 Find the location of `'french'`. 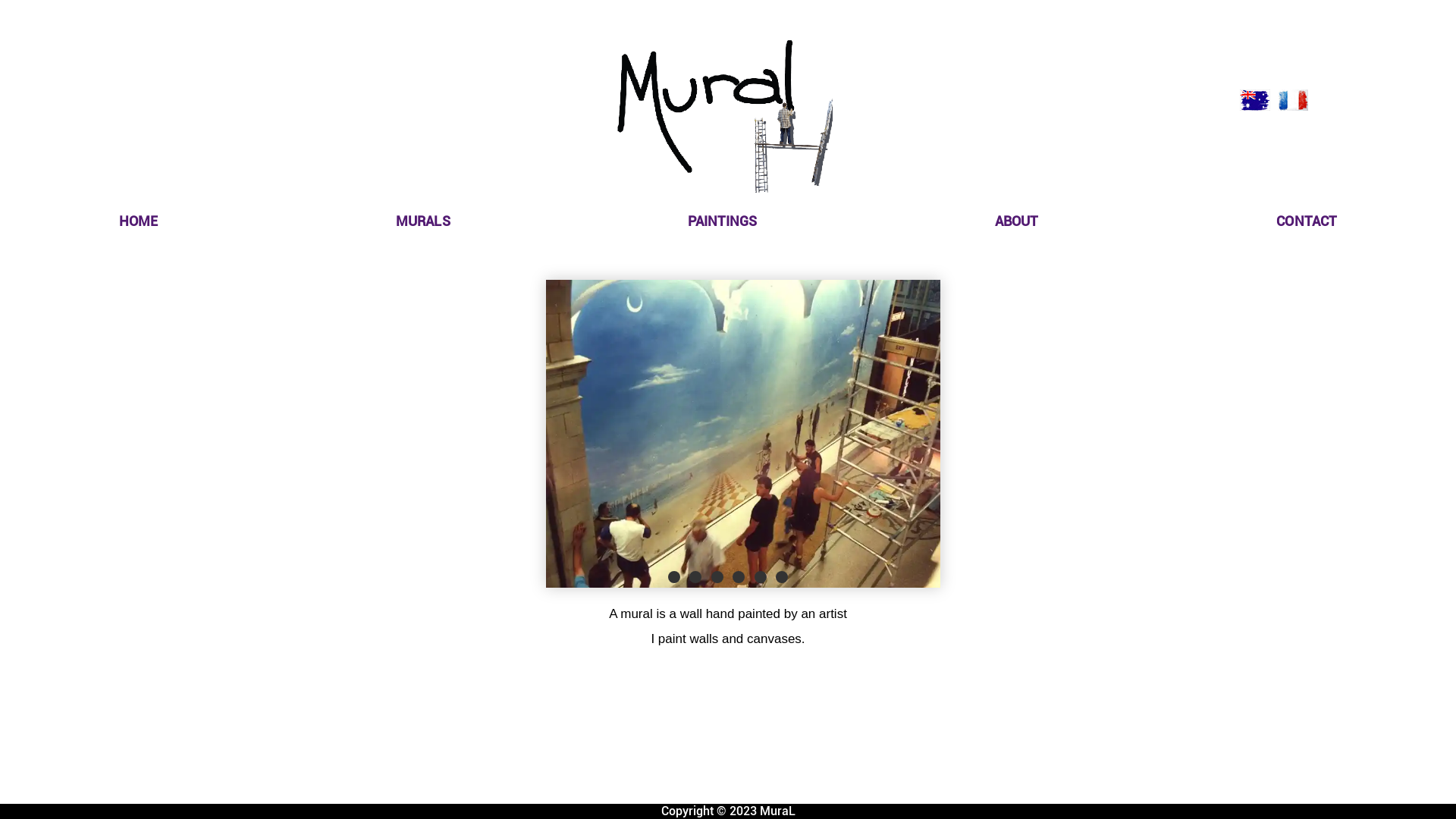

'french' is located at coordinates (1291, 100).